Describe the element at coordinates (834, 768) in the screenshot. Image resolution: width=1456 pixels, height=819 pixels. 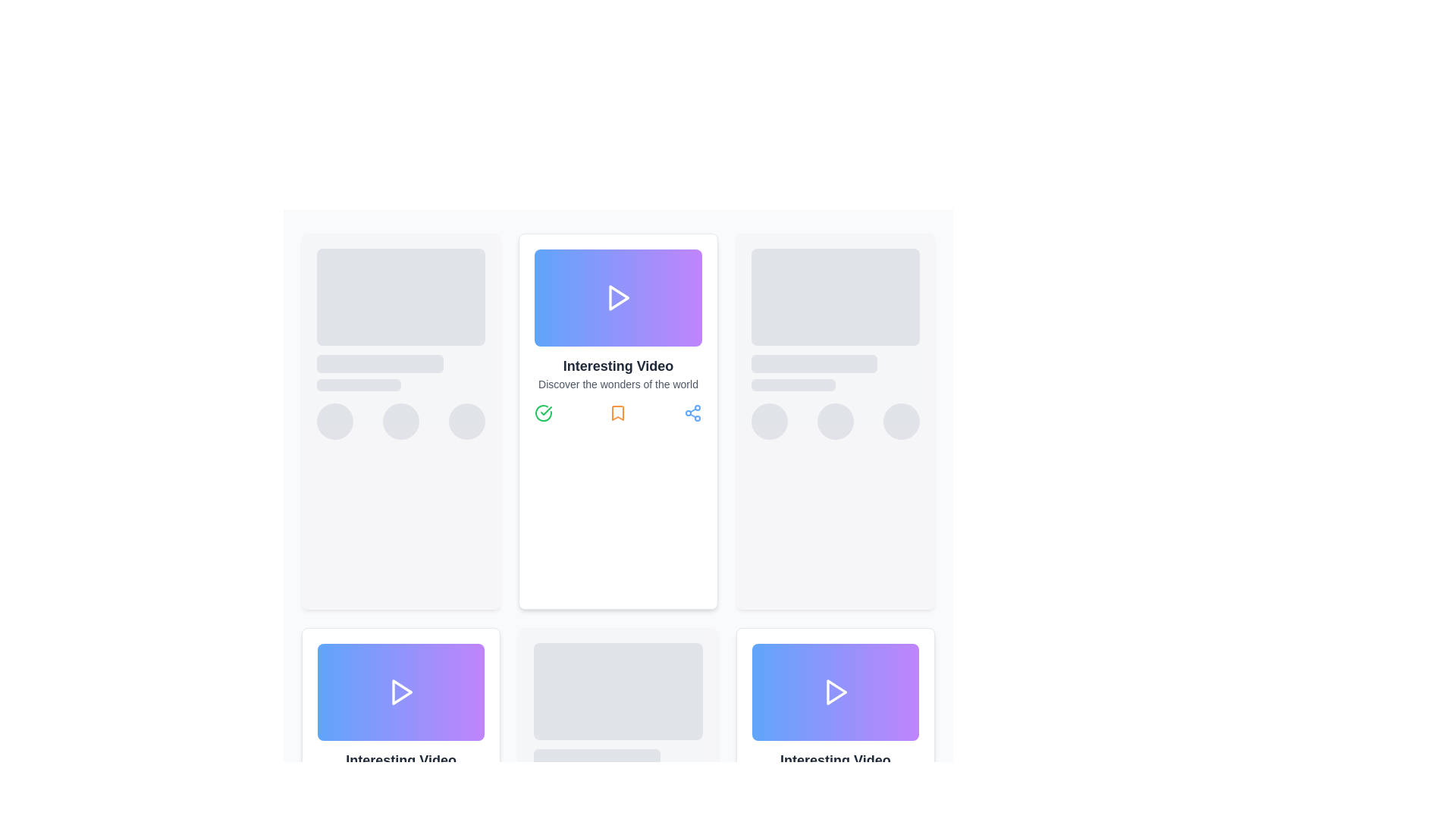
I see `the text display element that serves as the title and subtitle for the content in the card located in the bottom center of the card, which is positioned in the center of a three-column grid layout` at that location.